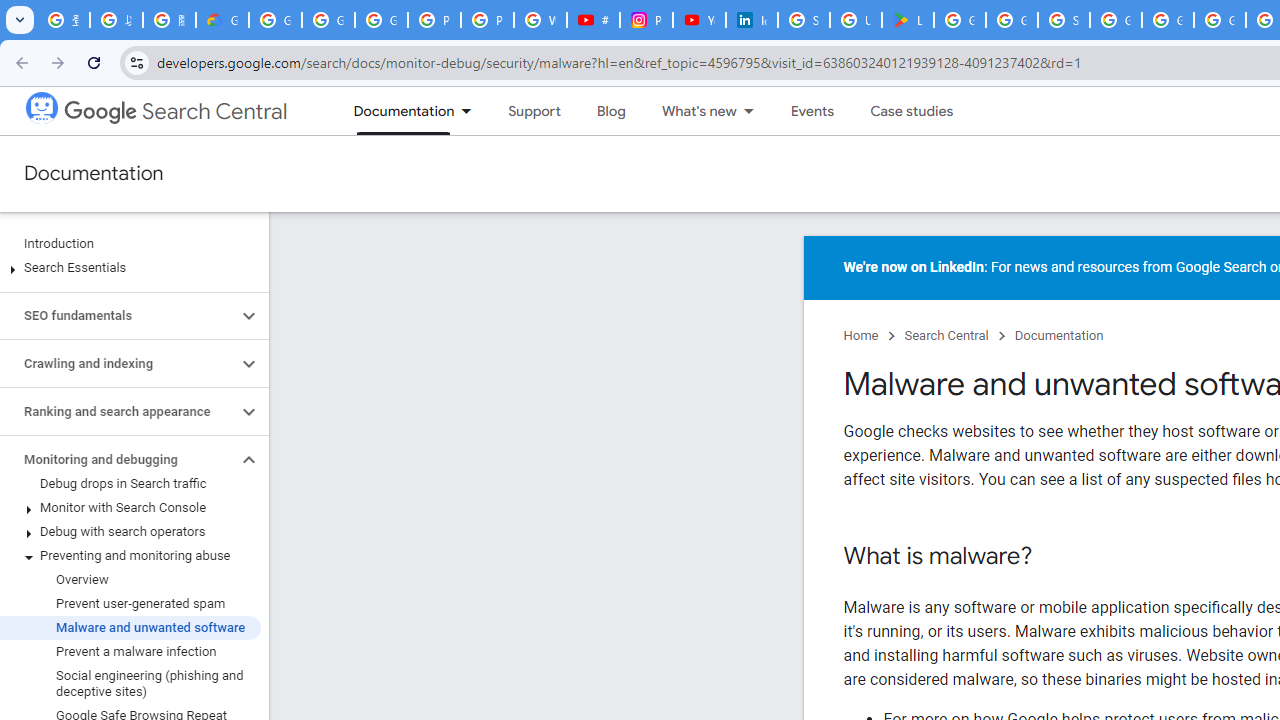 This screenshot has width=1280, height=720. What do you see at coordinates (907, 20) in the screenshot?
I see `'Last Shelter: Survival - Apps on Google Play'` at bounding box center [907, 20].